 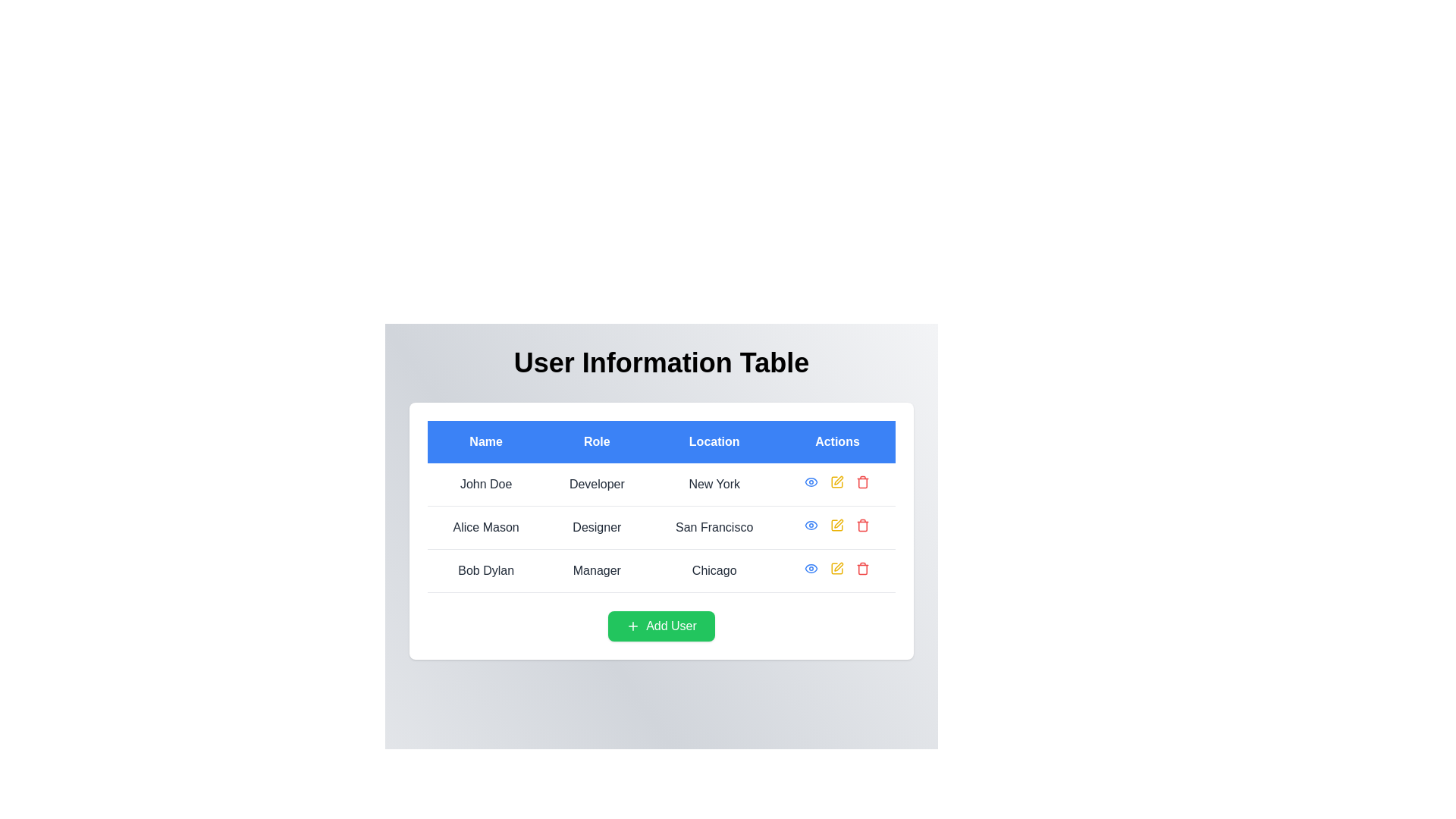 I want to click on the edit action icon located in the 'Actions' cell of the second row for user 'Alice Mason', which is the middle icon among three icons, so click(x=838, y=480).